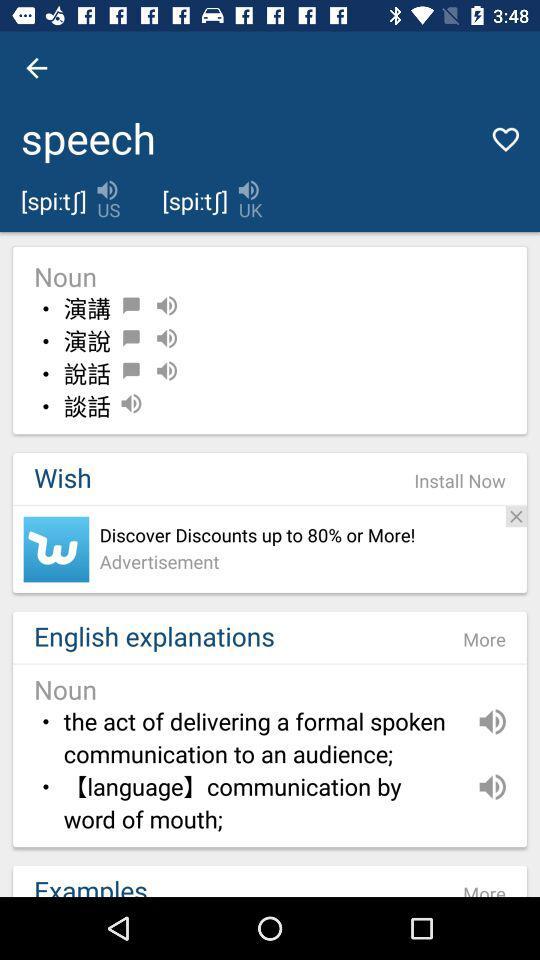 The width and height of the screenshot is (540, 960). Describe the element at coordinates (261, 804) in the screenshot. I see `the item below the the act of` at that location.